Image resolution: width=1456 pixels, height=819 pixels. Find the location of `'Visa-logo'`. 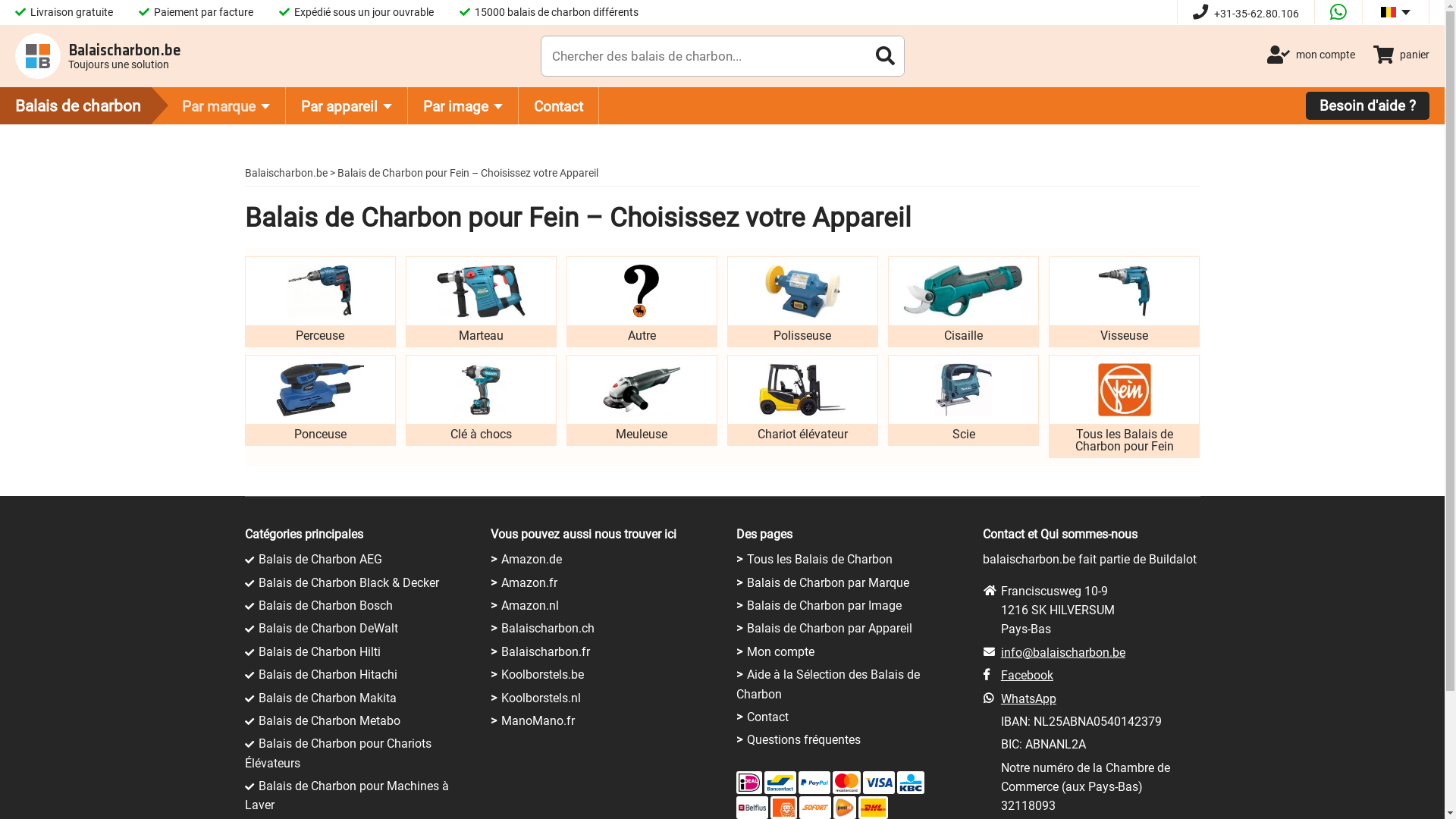

'Visa-logo' is located at coordinates (878, 783).